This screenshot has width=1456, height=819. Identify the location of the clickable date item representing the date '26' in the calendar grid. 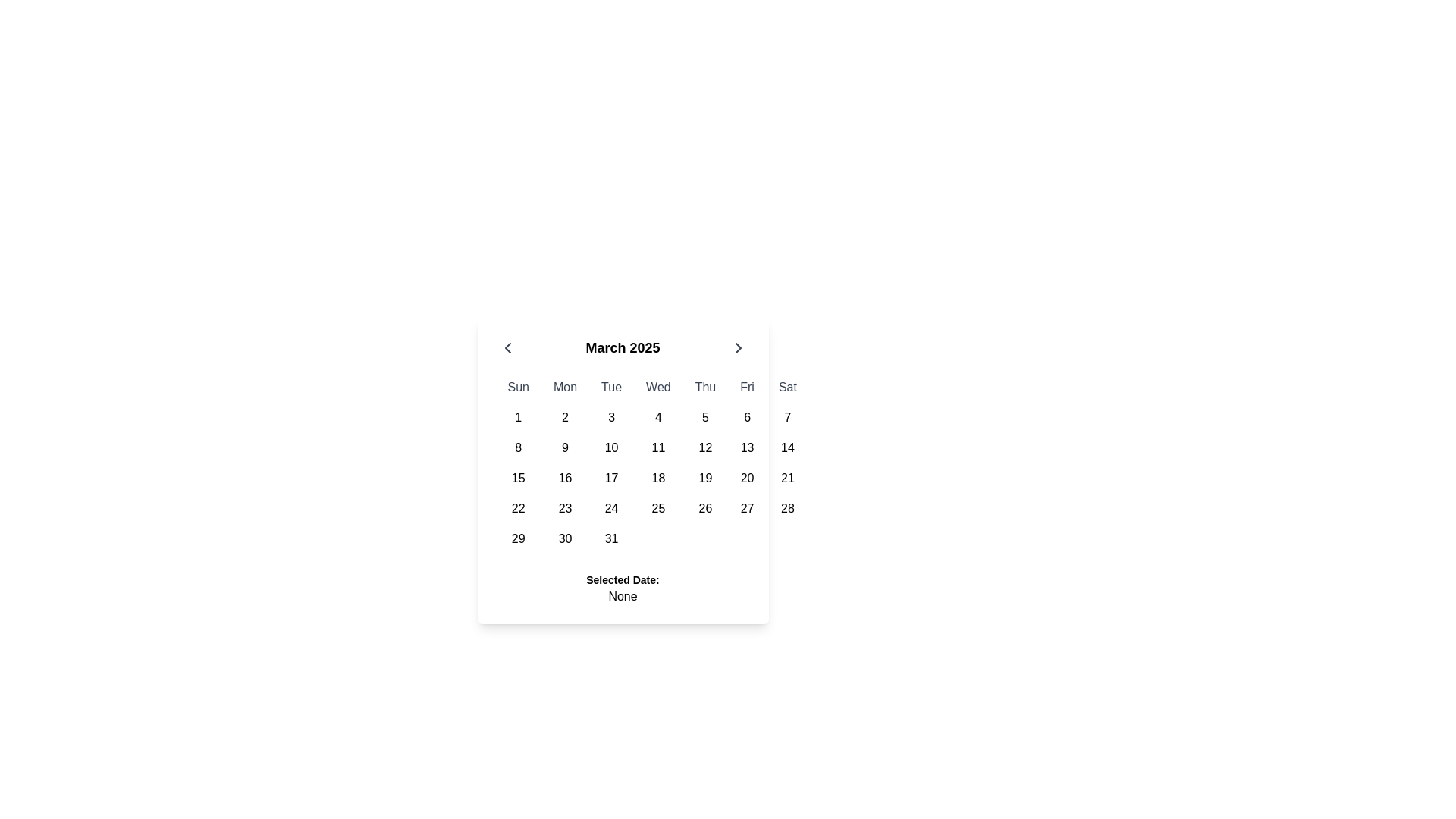
(704, 509).